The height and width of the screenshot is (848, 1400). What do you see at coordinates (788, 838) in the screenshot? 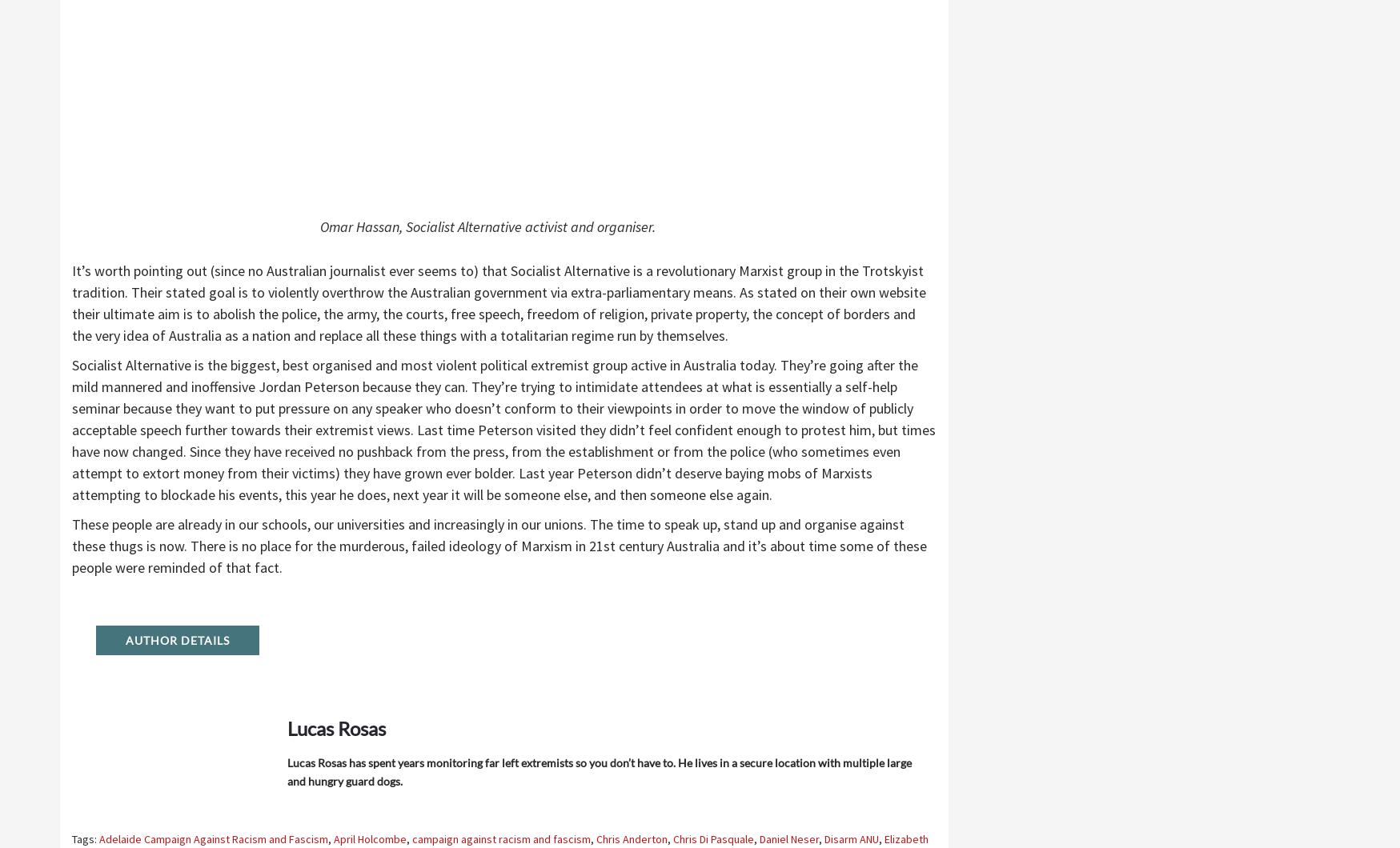
I see `'Daniel Neser'` at bounding box center [788, 838].